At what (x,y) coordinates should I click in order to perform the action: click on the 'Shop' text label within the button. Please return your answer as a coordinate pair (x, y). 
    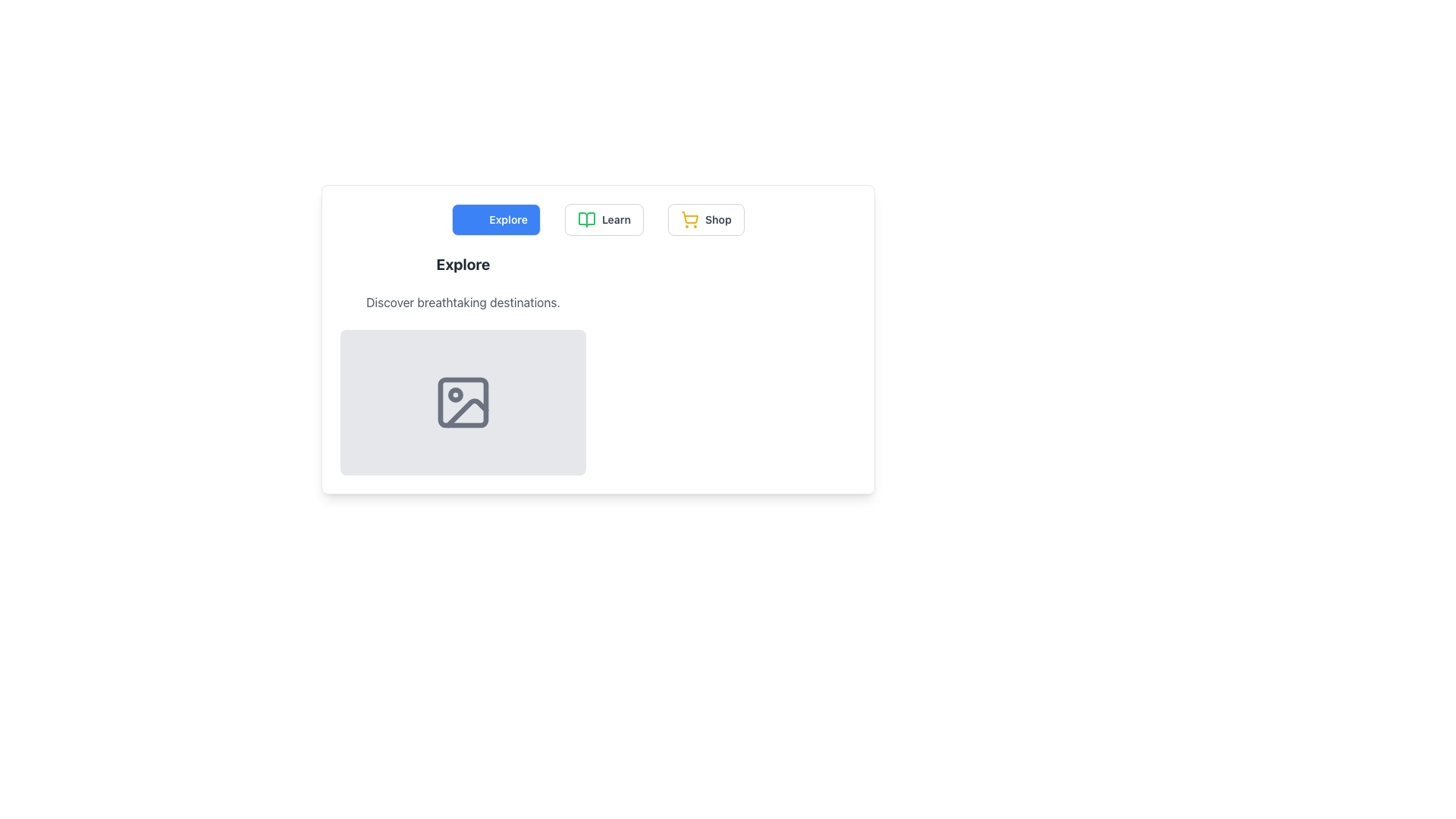
    Looking at the image, I should click on (717, 219).